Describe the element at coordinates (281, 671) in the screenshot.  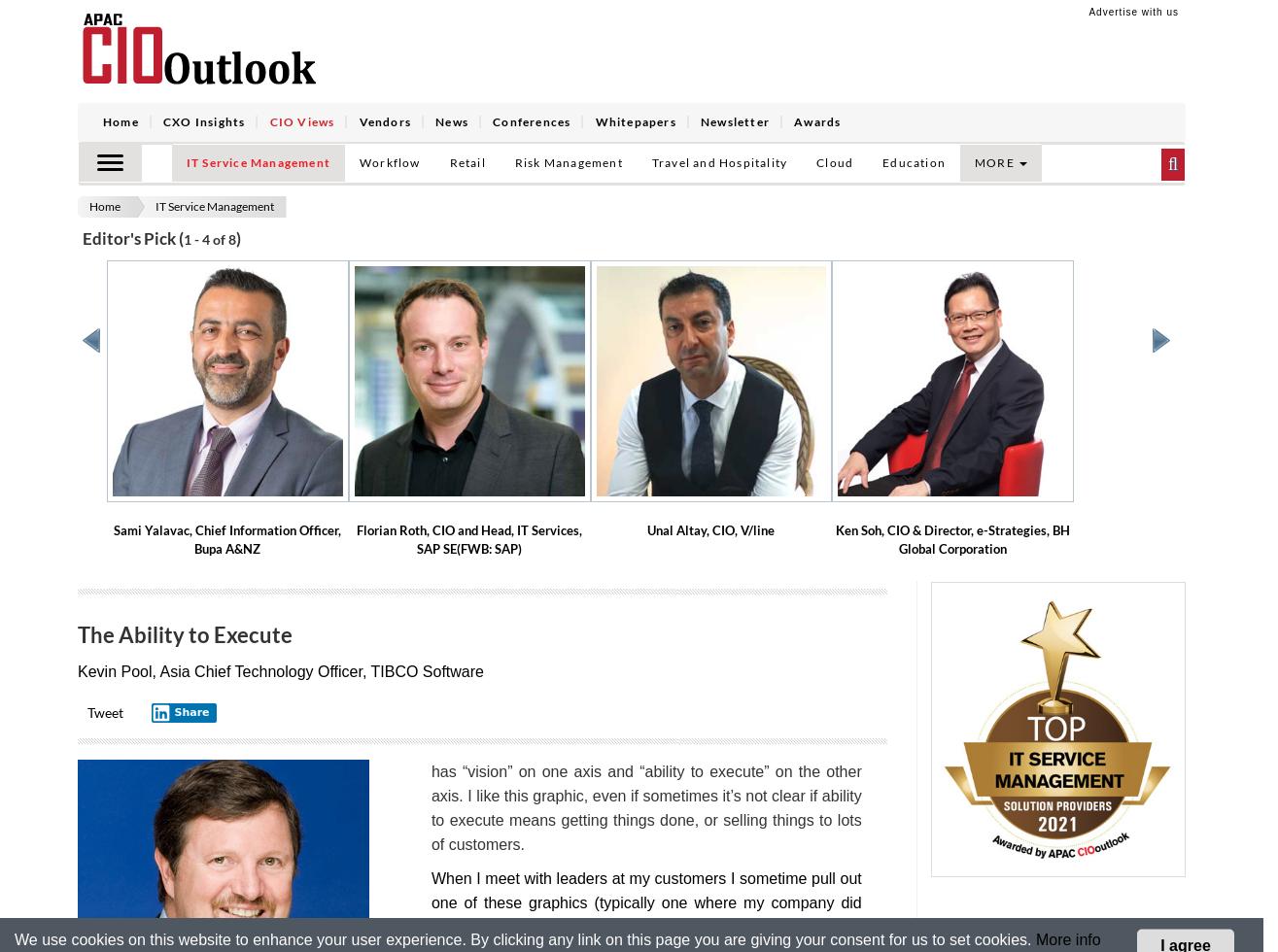
I see `'Kevin Pool,  Asia Chief Technology Officer,  TIBCO Software'` at that location.